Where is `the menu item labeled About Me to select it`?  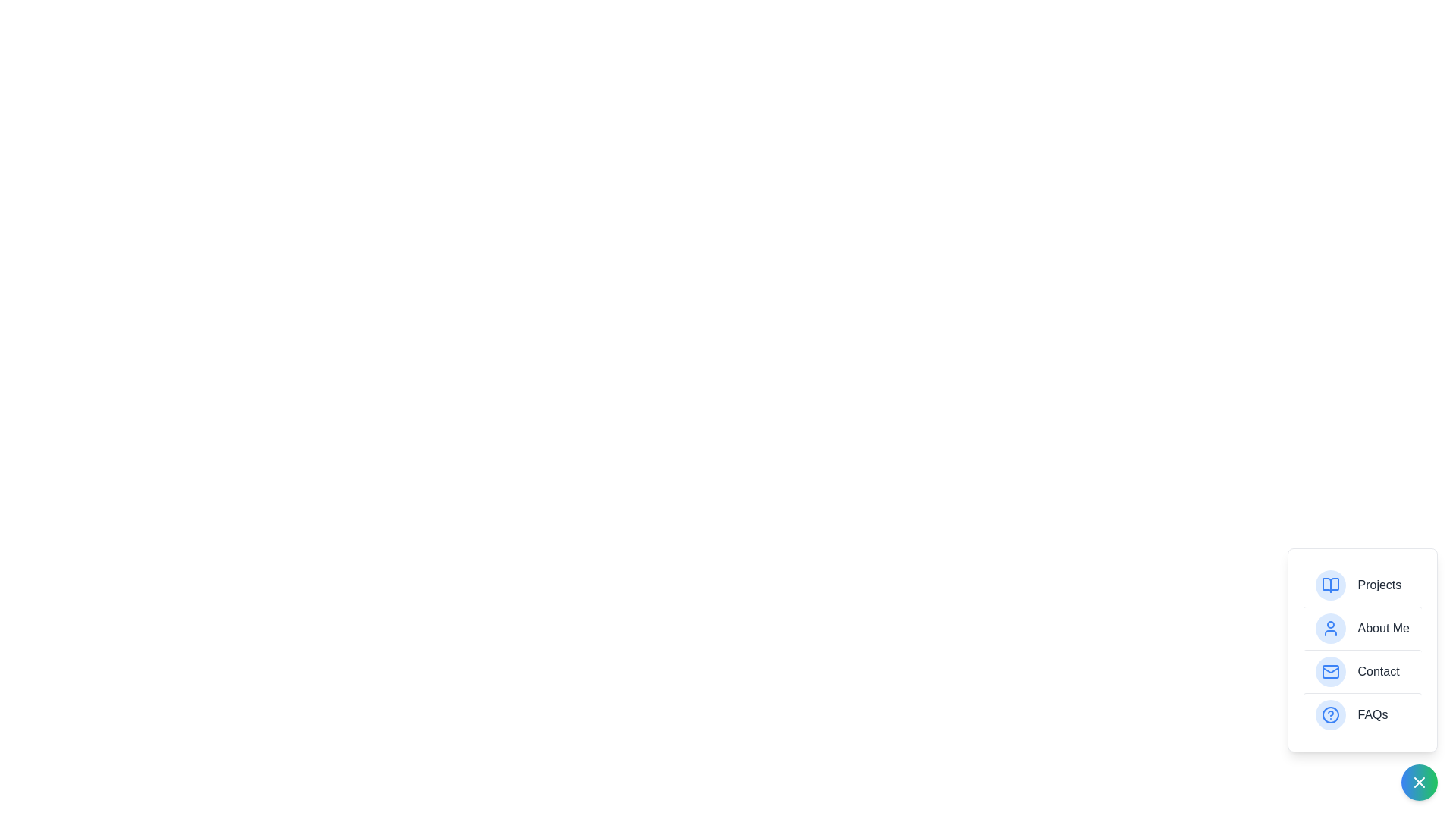 the menu item labeled About Me to select it is located at coordinates (1362, 628).